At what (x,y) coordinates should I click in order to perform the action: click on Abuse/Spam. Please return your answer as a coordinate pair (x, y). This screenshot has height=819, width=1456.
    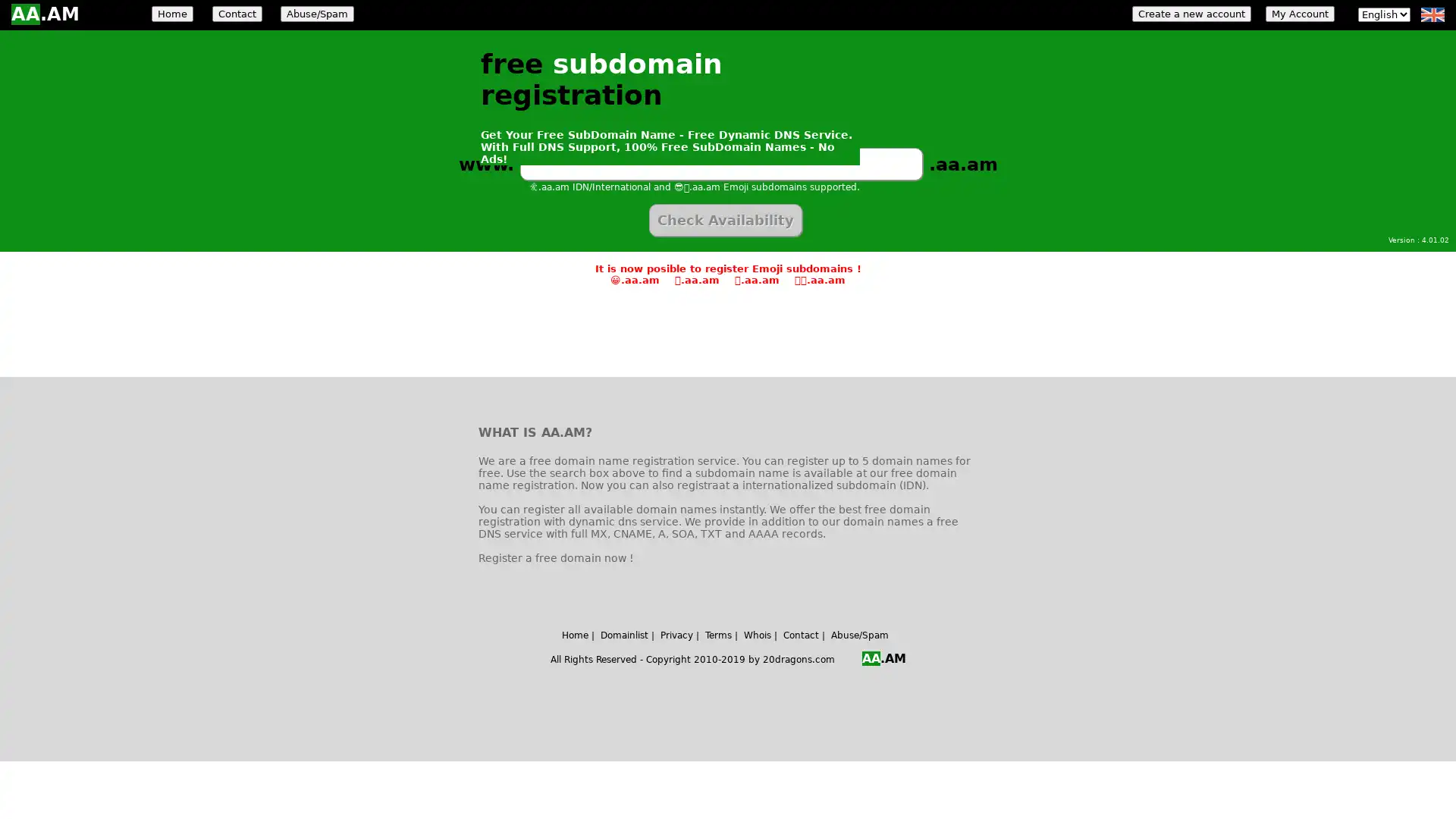
    Looking at the image, I should click on (316, 14).